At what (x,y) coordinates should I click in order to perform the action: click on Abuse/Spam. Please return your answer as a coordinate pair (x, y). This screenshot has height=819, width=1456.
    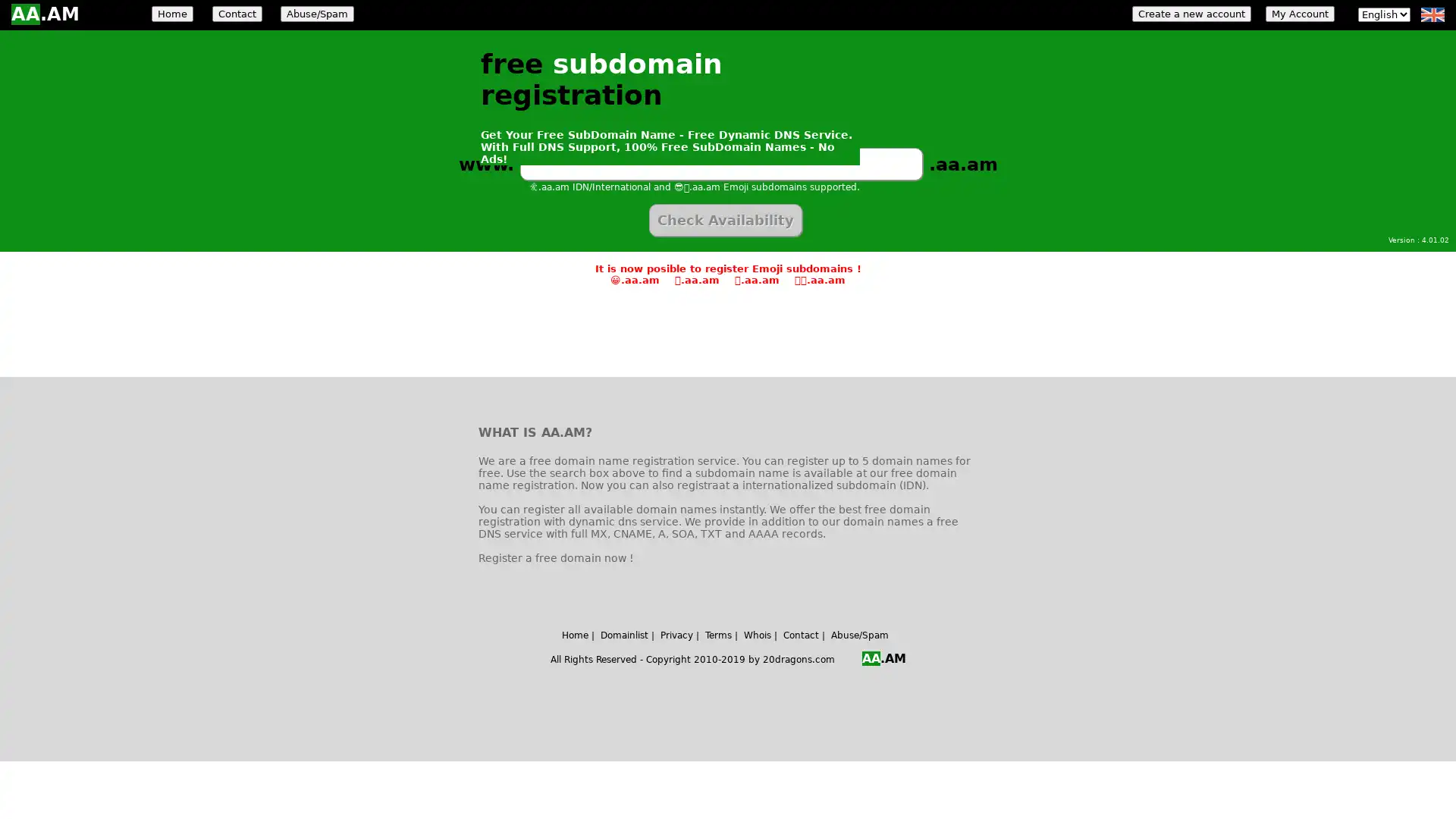
    Looking at the image, I should click on (316, 14).